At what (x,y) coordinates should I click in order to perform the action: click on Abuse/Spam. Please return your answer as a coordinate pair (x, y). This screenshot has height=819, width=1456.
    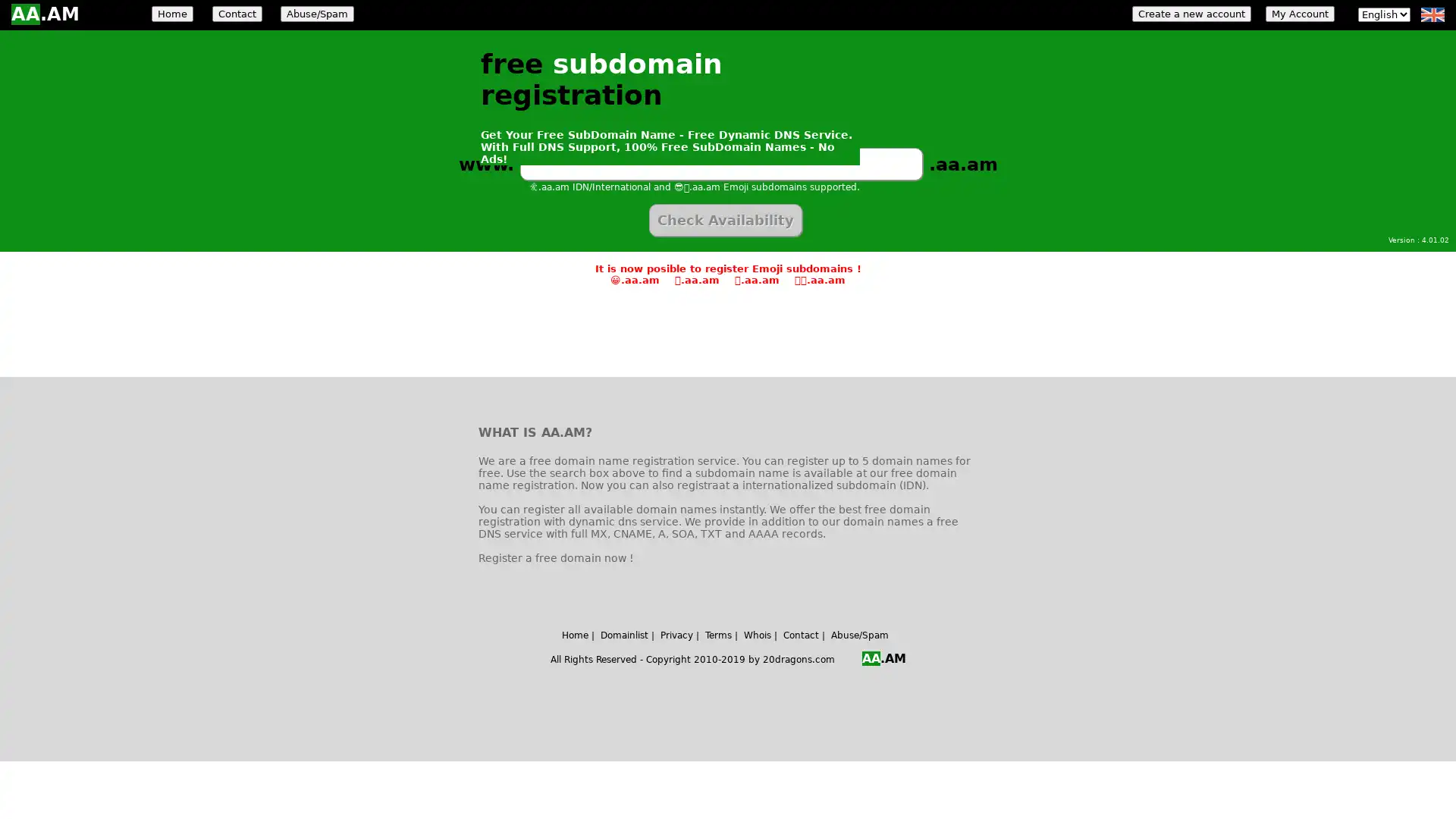
    Looking at the image, I should click on (316, 14).